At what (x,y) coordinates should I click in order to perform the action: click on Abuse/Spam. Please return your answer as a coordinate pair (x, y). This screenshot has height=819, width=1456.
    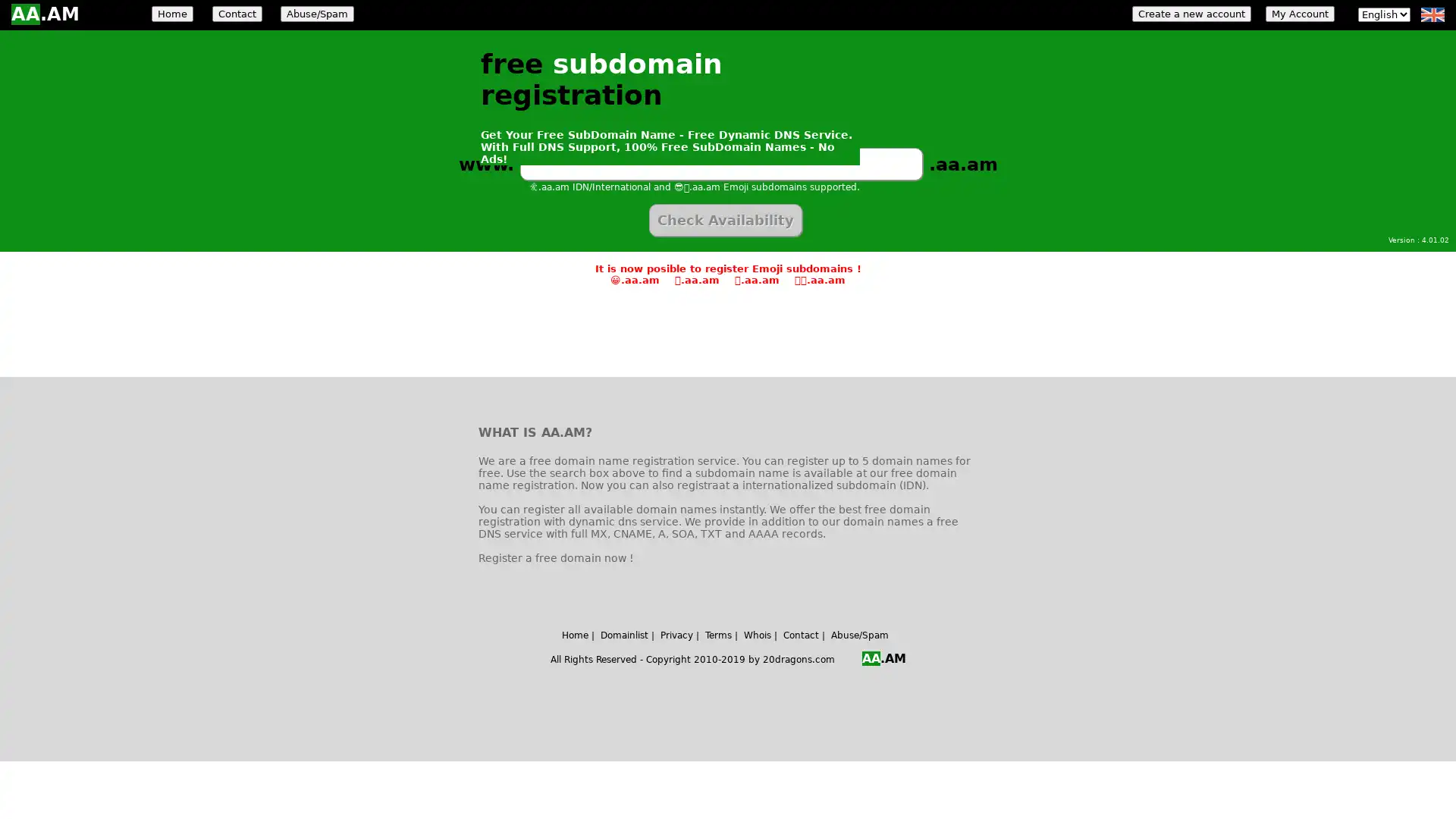
    Looking at the image, I should click on (316, 14).